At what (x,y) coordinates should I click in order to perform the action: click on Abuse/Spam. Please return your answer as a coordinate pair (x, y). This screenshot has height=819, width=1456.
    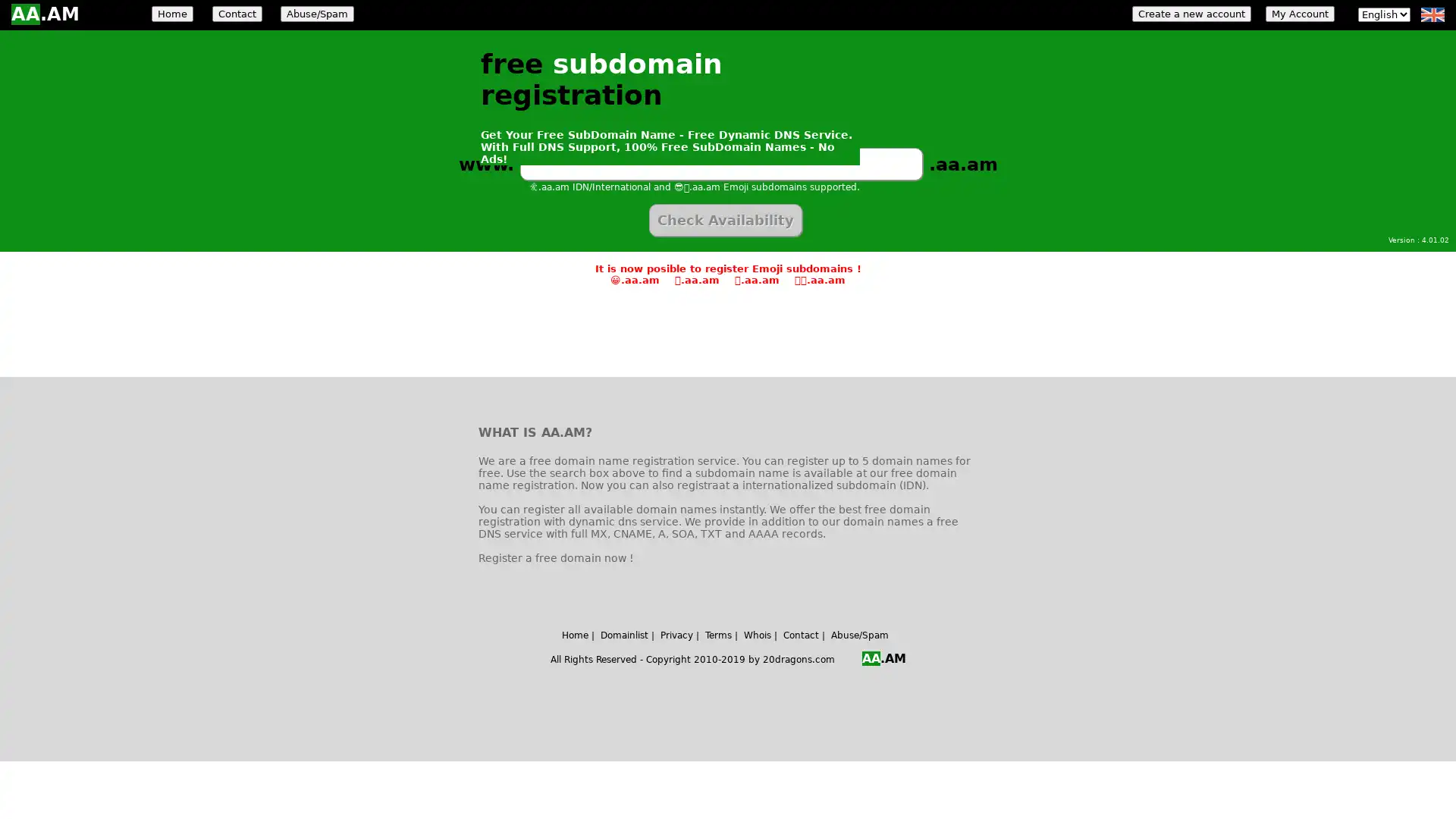
    Looking at the image, I should click on (316, 14).